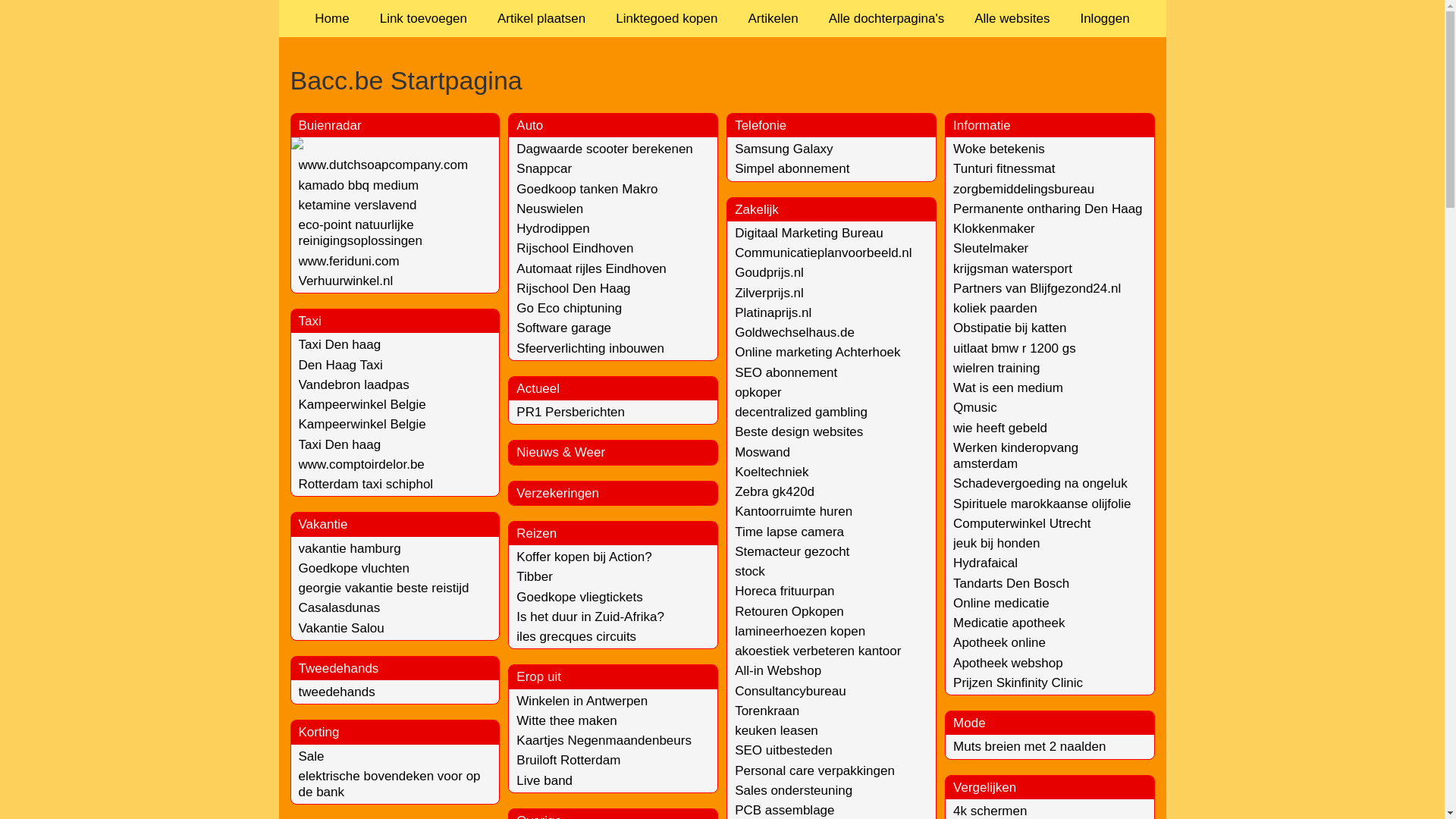 This screenshot has width=1456, height=819. What do you see at coordinates (329, 124) in the screenshot?
I see `'Buienradar'` at bounding box center [329, 124].